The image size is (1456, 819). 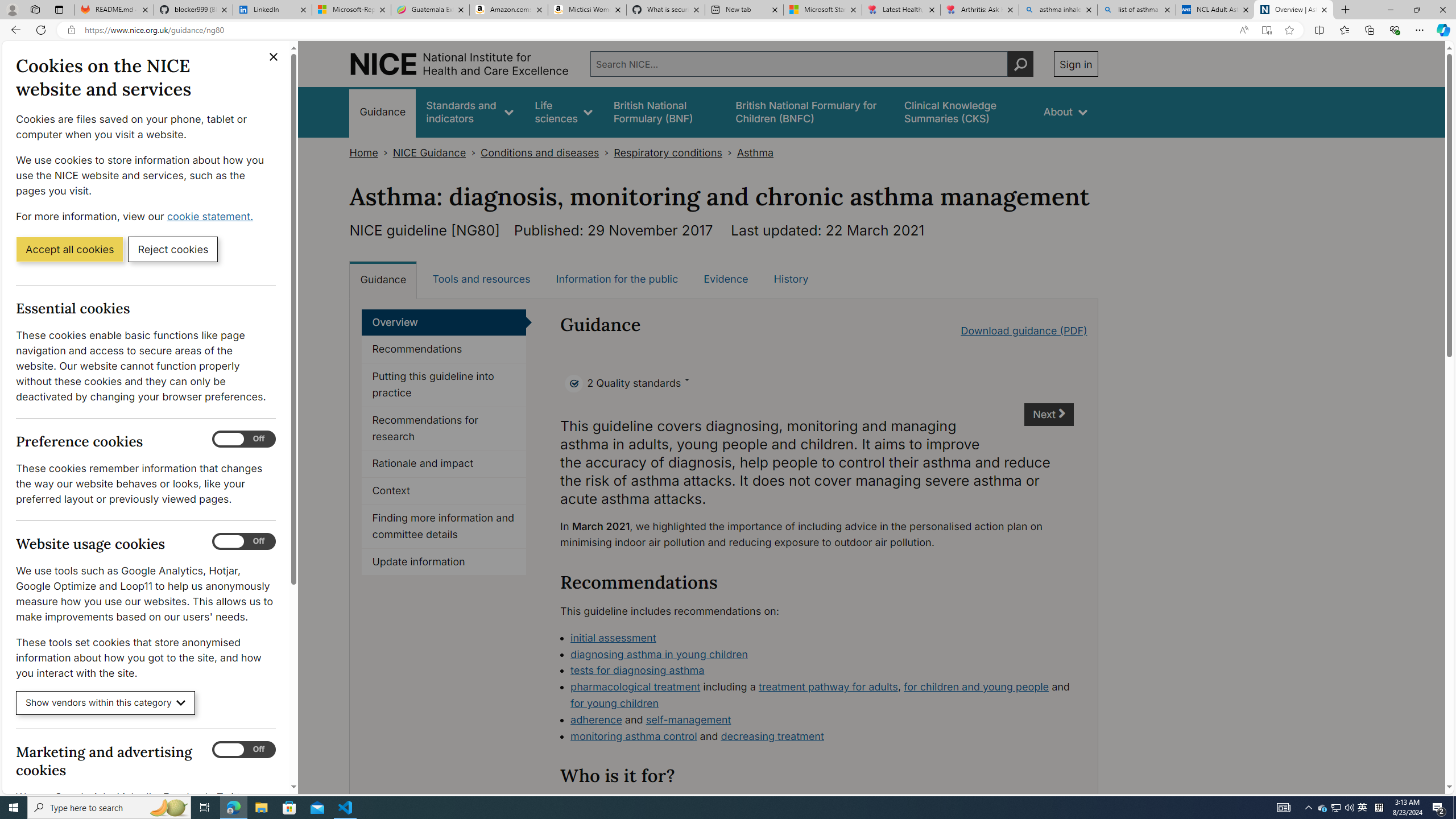 I want to click on 'Perform search', so click(x=1020, y=63).